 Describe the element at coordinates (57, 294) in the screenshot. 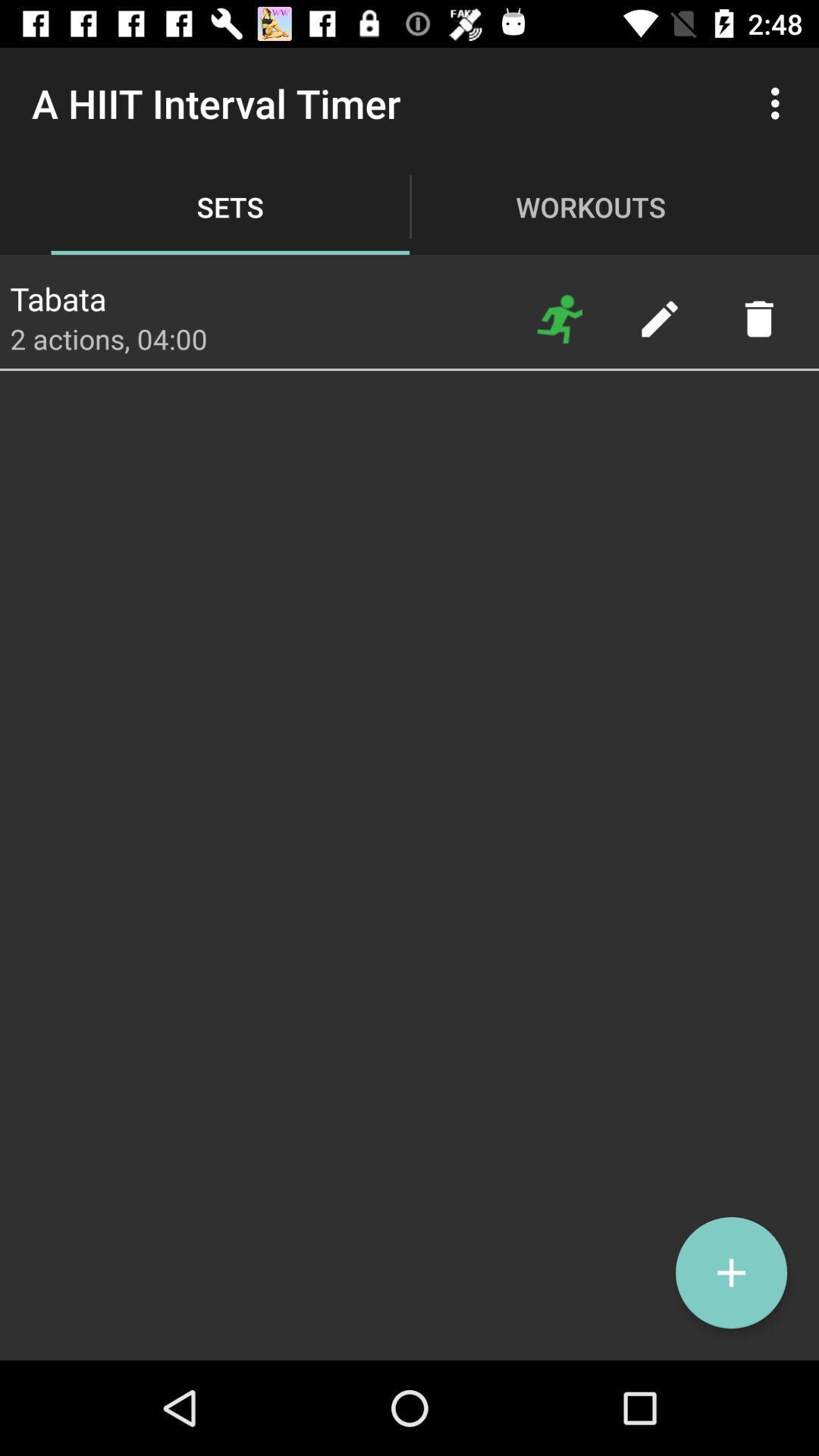

I see `icon to the left of sets item` at that location.